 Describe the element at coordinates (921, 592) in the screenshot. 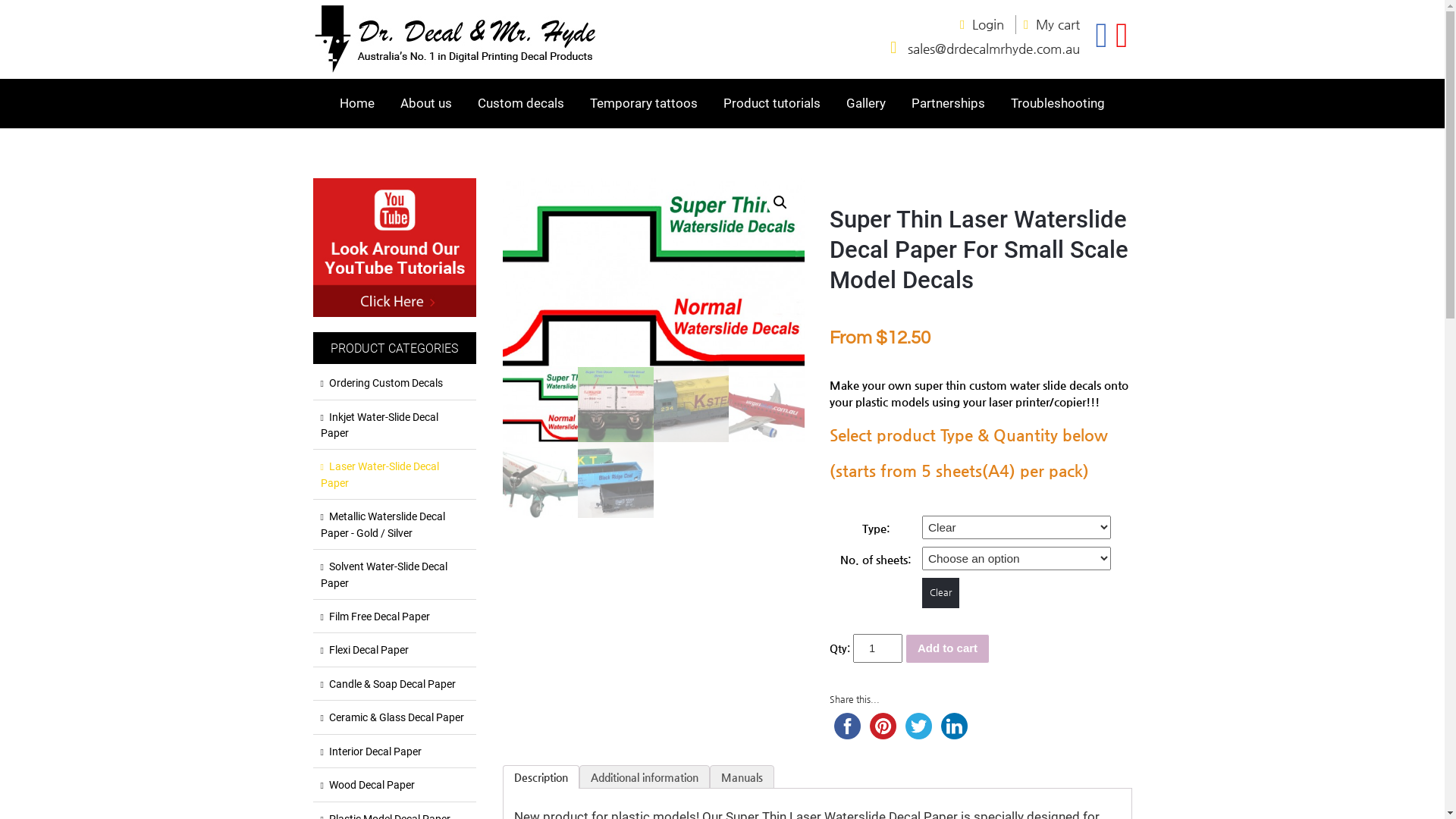

I see `'Clear'` at that location.